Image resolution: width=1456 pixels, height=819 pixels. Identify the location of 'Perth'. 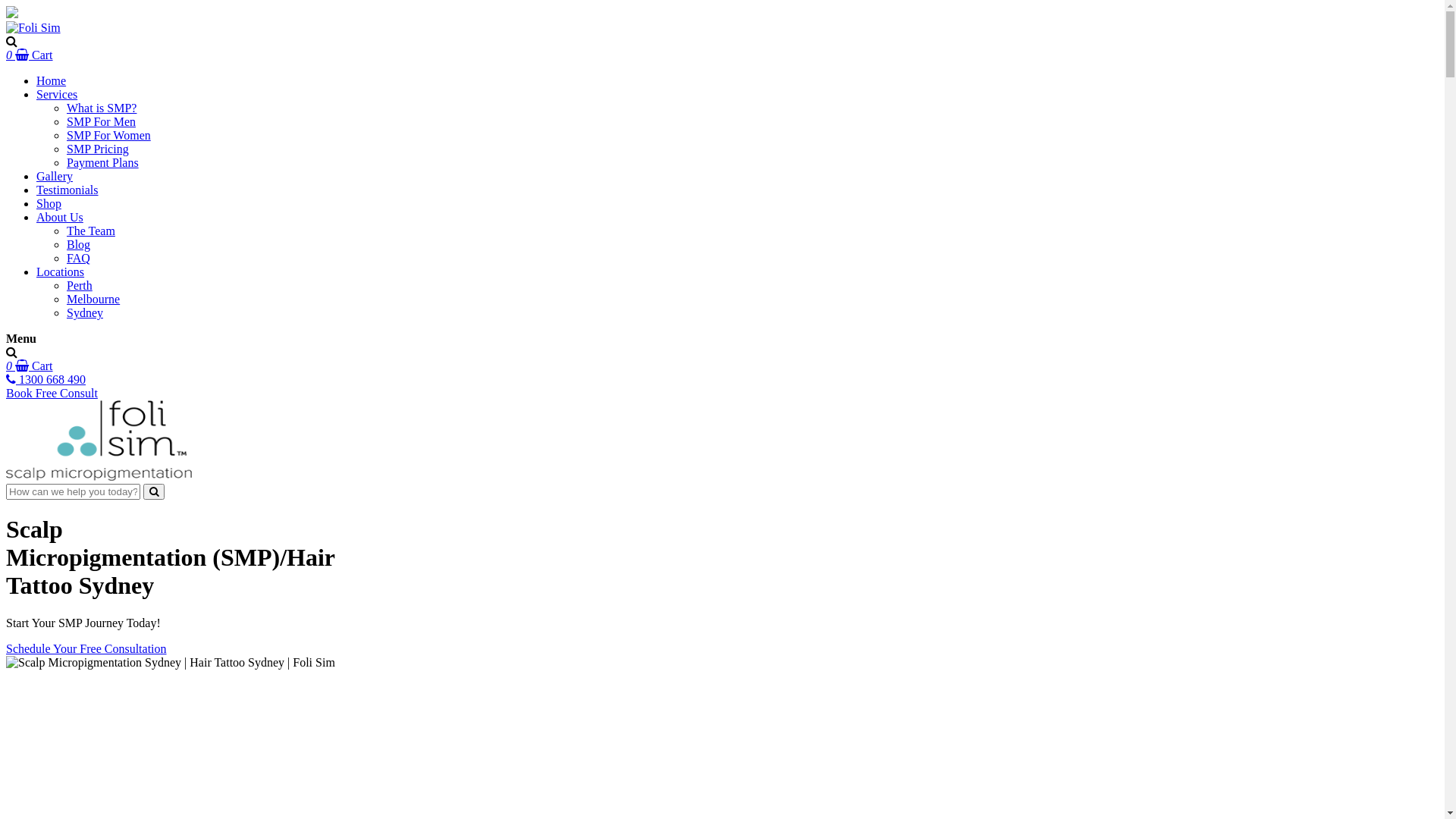
(79, 285).